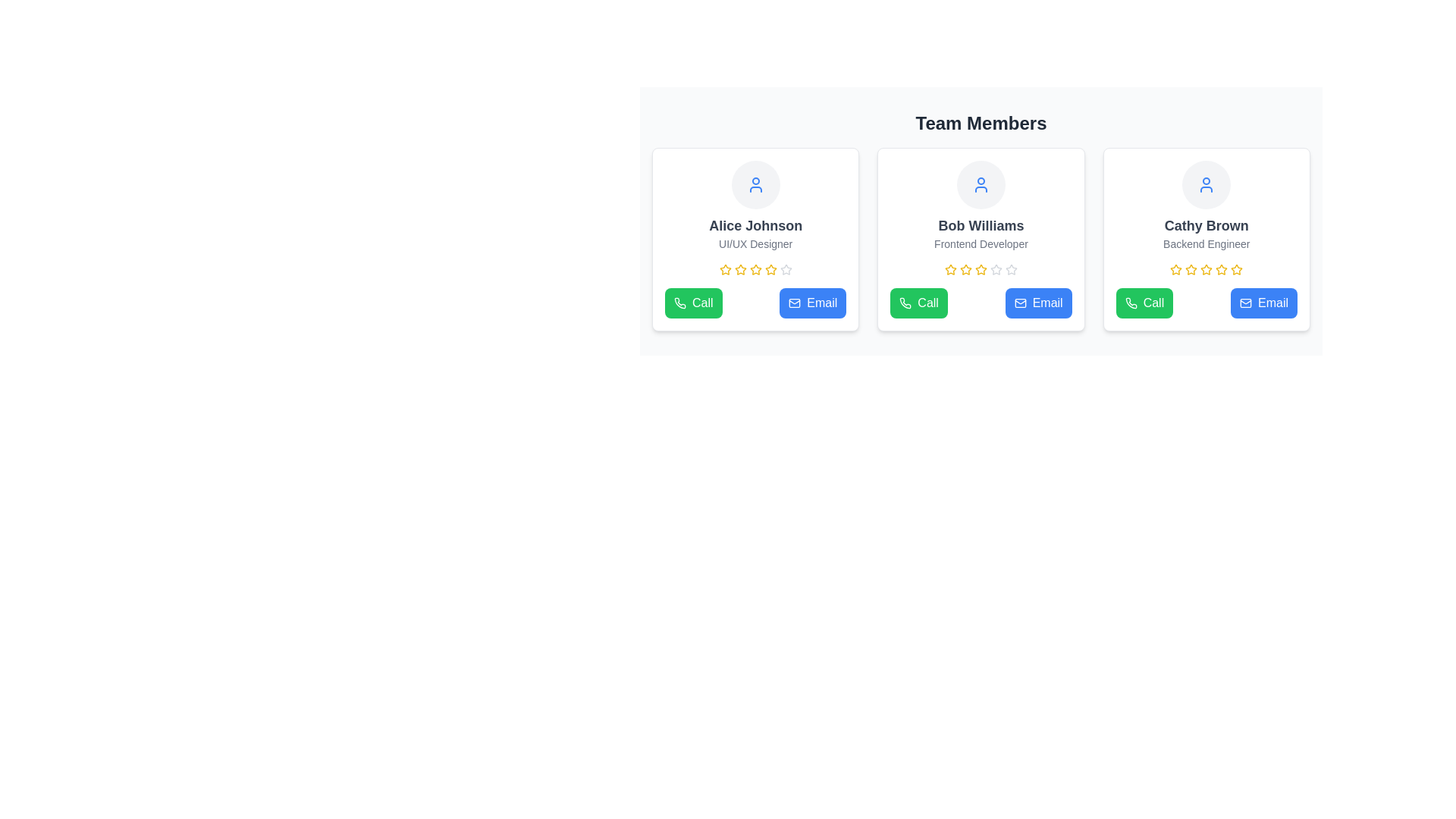 The width and height of the screenshot is (1456, 819). Describe the element at coordinates (1131, 303) in the screenshot. I see `the phone call icon within the green 'Call' button under the profile card for 'Cathy Brown, Backend Engineer'` at that location.